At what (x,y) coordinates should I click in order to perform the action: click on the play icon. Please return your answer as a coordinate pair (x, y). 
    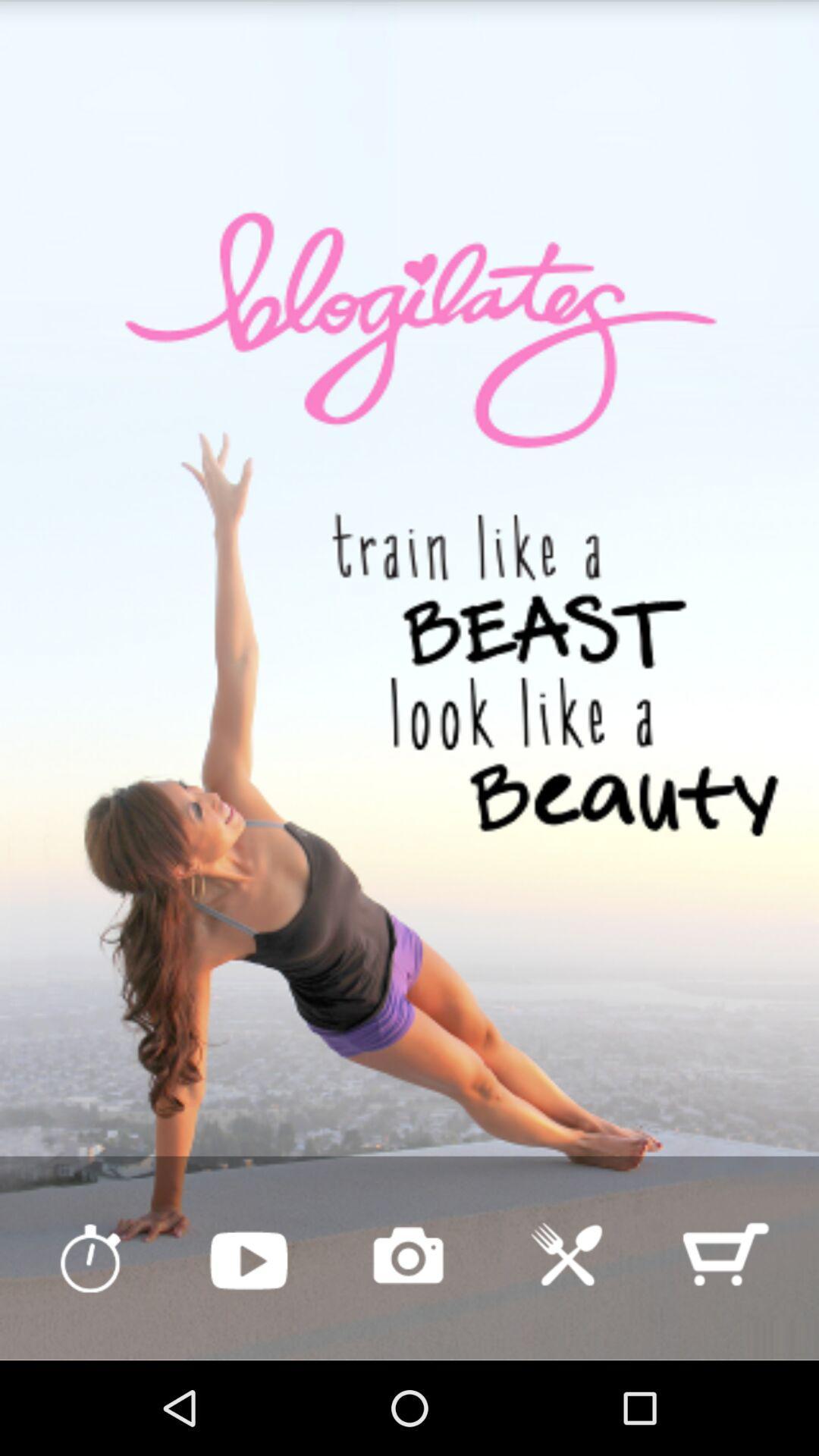
    Looking at the image, I should click on (248, 1347).